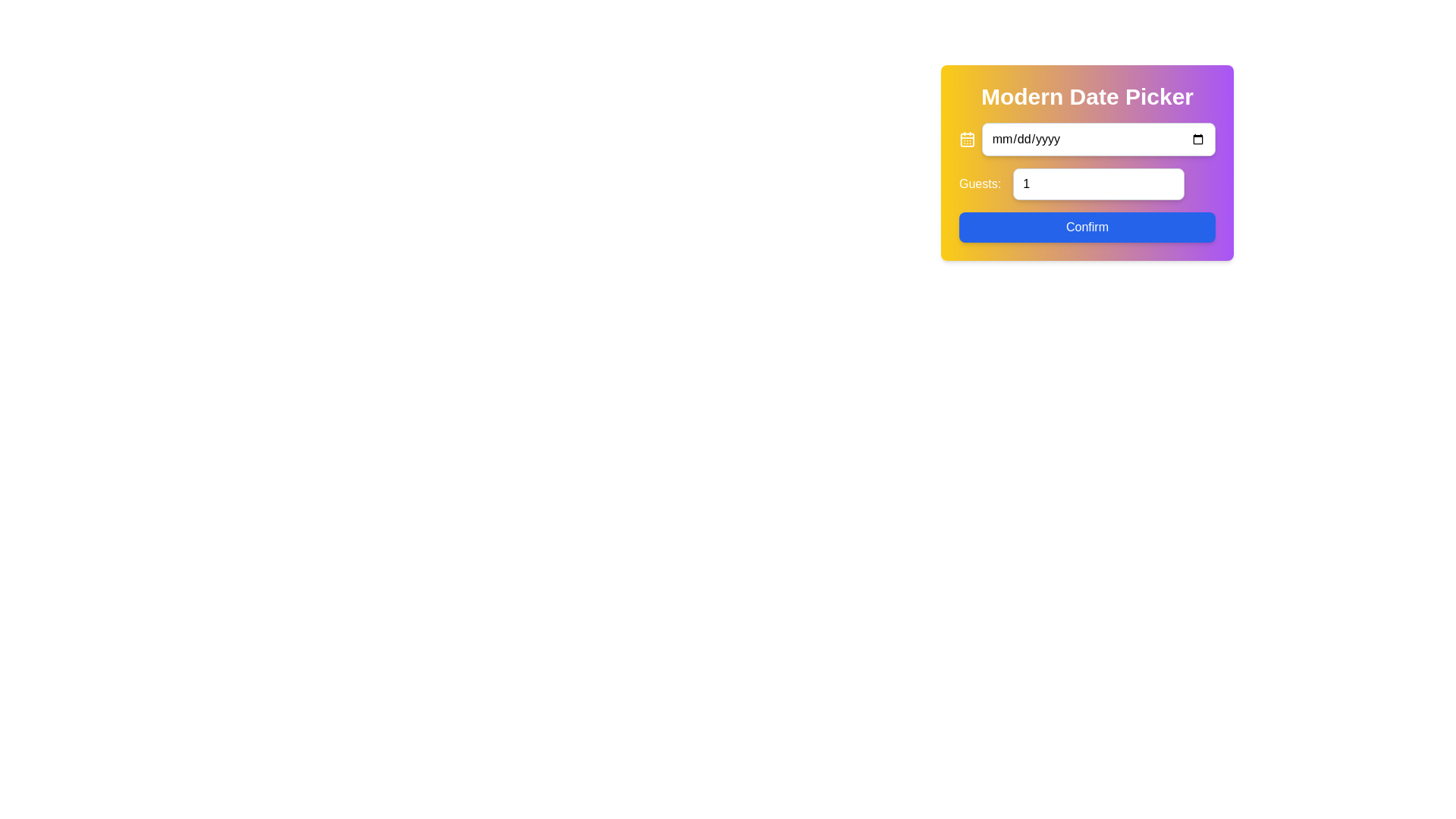 This screenshot has height=819, width=1456. Describe the element at coordinates (1099, 184) in the screenshot. I see `the number input field for specifying the number of guests to focus on it` at that location.